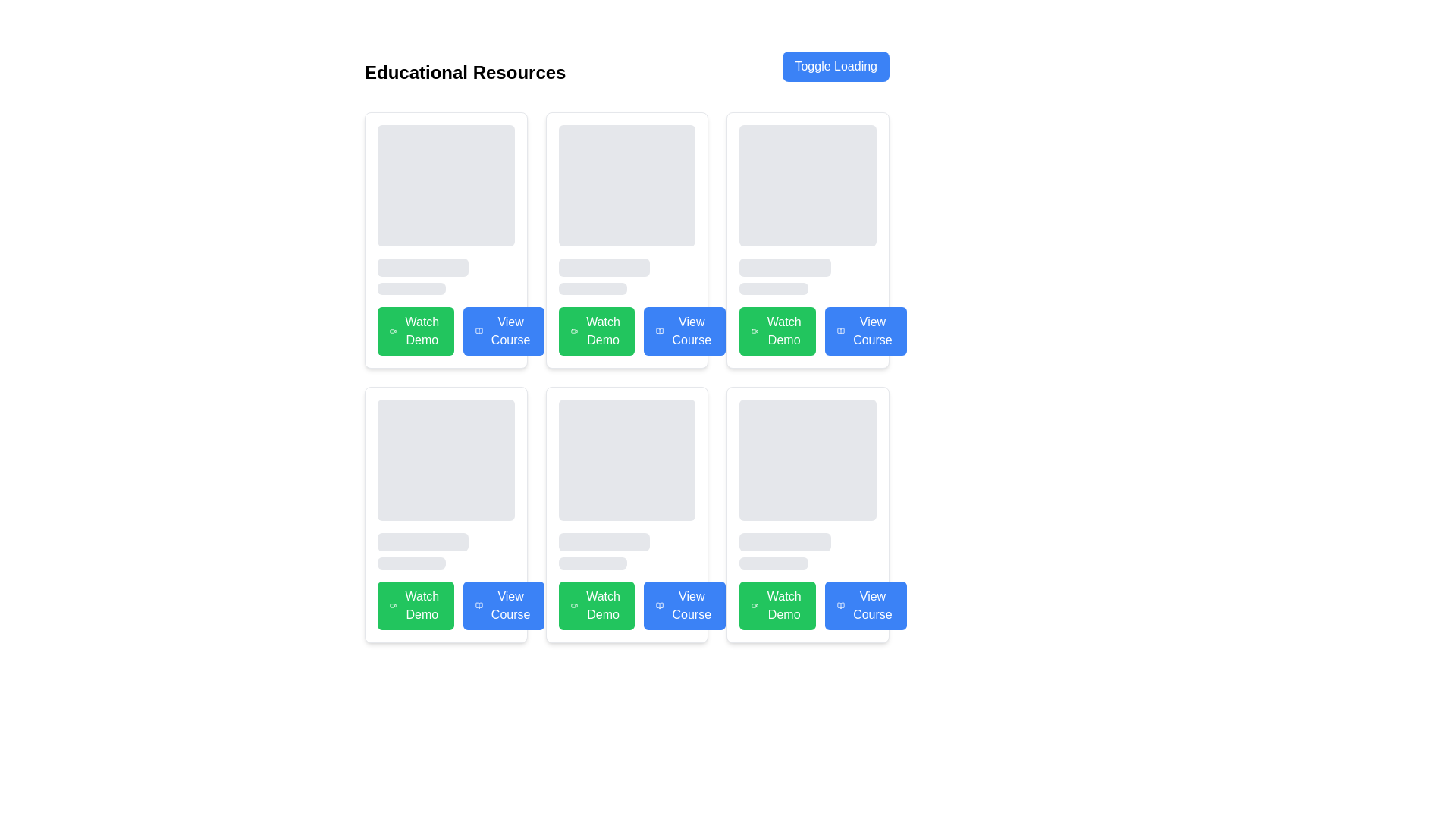 The image size is (1456, 819). Describe the element at coordinates (773, 563) in the screenshot. I see `the placeholder element (skeleton loader) located at the bottom of the second card from the right in the grid of cards, which serves as a loading indicator for future content` at that location.